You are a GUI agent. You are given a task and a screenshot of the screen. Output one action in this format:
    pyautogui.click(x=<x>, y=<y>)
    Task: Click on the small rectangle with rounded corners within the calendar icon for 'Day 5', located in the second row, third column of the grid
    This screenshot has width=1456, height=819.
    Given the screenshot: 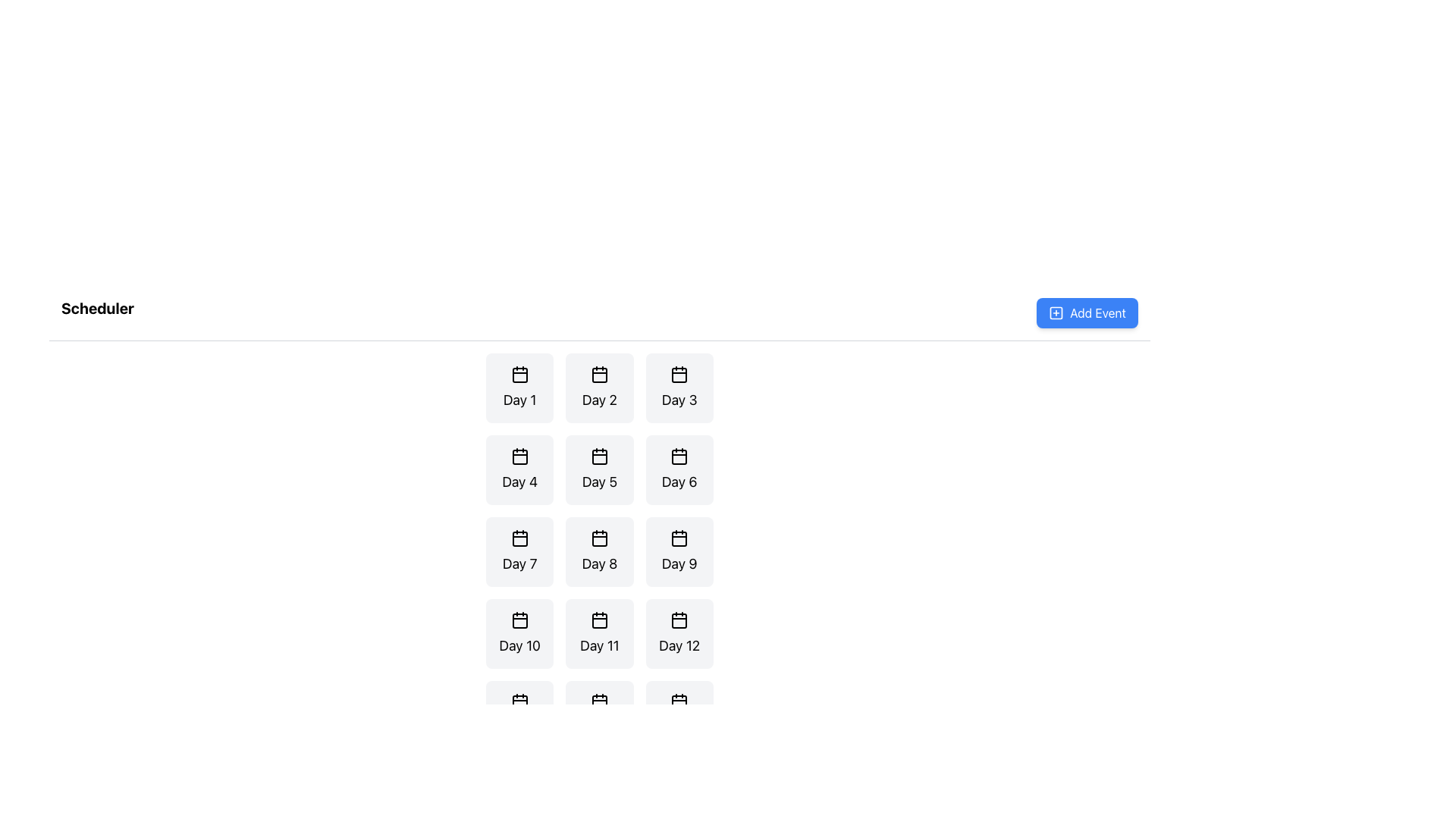 What is the action you would take?
    pyautogui.click(x=599, y=456)
    